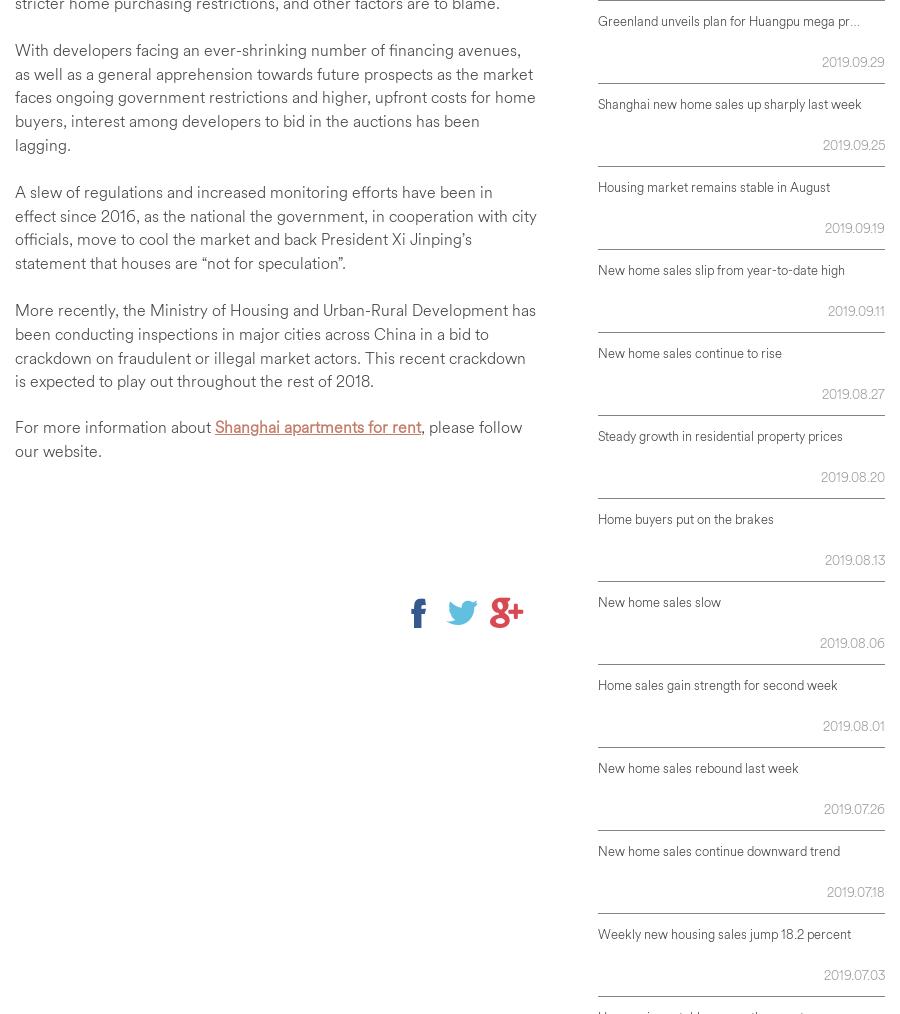  What do you see at coordinates (855, 558) in the screenshot?
I see `'2019.08.13'` at bounding box center [855, 558].